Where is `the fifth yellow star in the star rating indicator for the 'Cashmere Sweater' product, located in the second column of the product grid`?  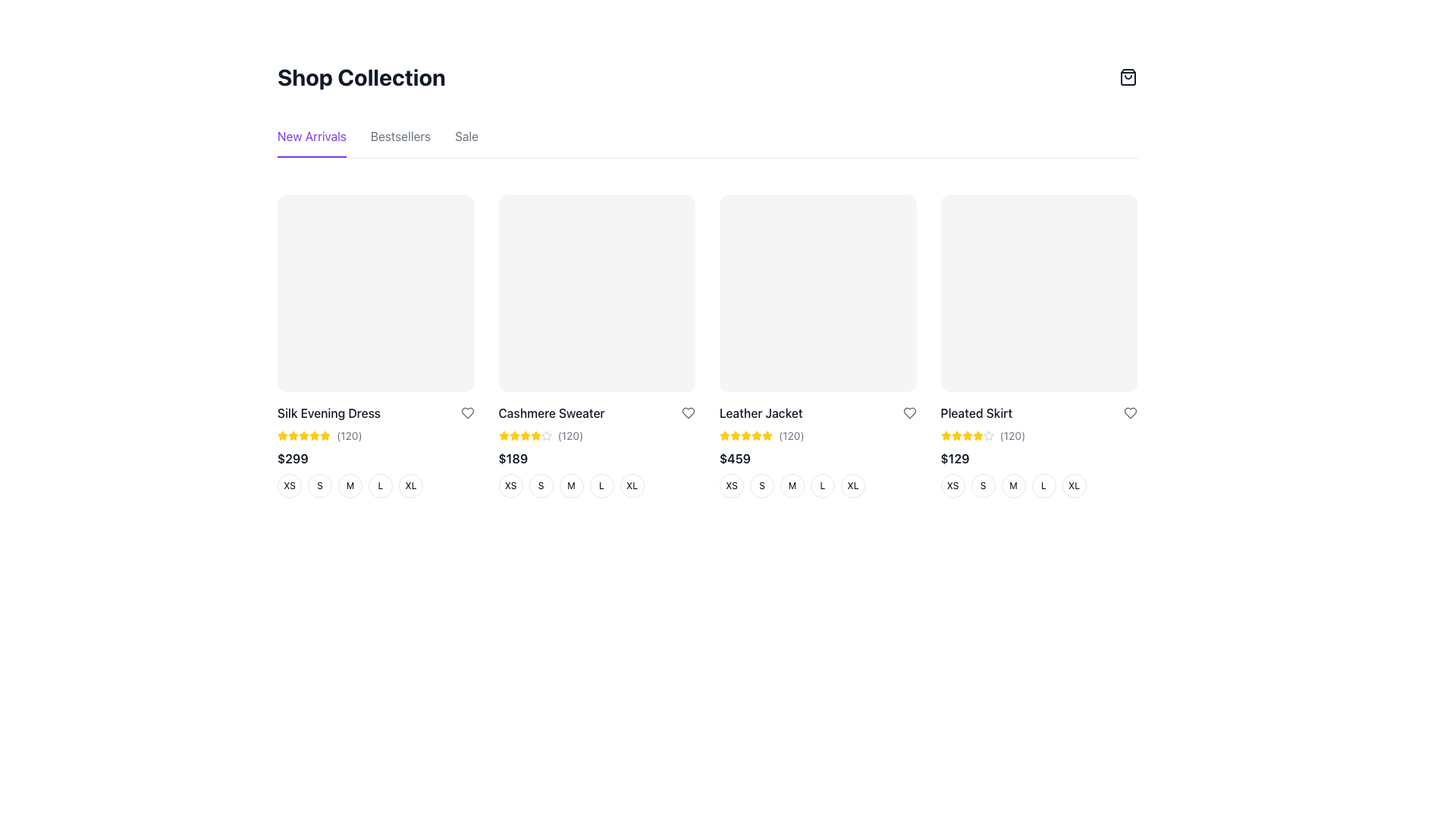 the fifth yellow star in the star rating indicator for the 'Cashmere Sweater' product, located in the second column of the product grid is located at coordinates (535, 435).